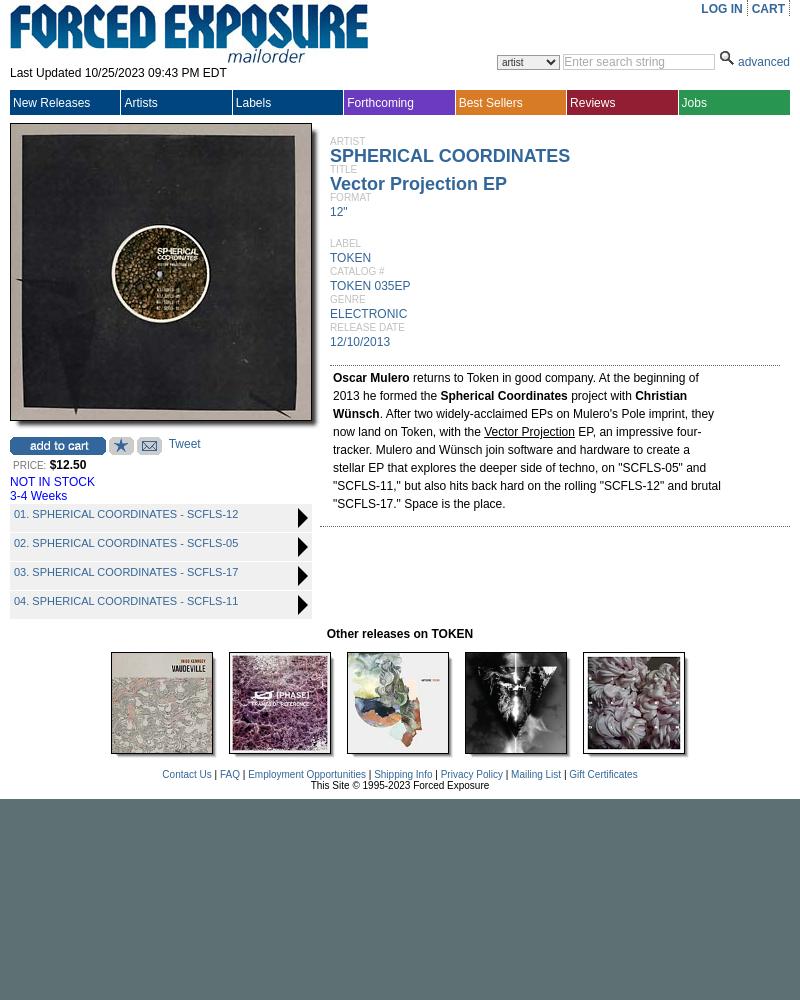  I want to click on 'Labels', so click(252, 101).